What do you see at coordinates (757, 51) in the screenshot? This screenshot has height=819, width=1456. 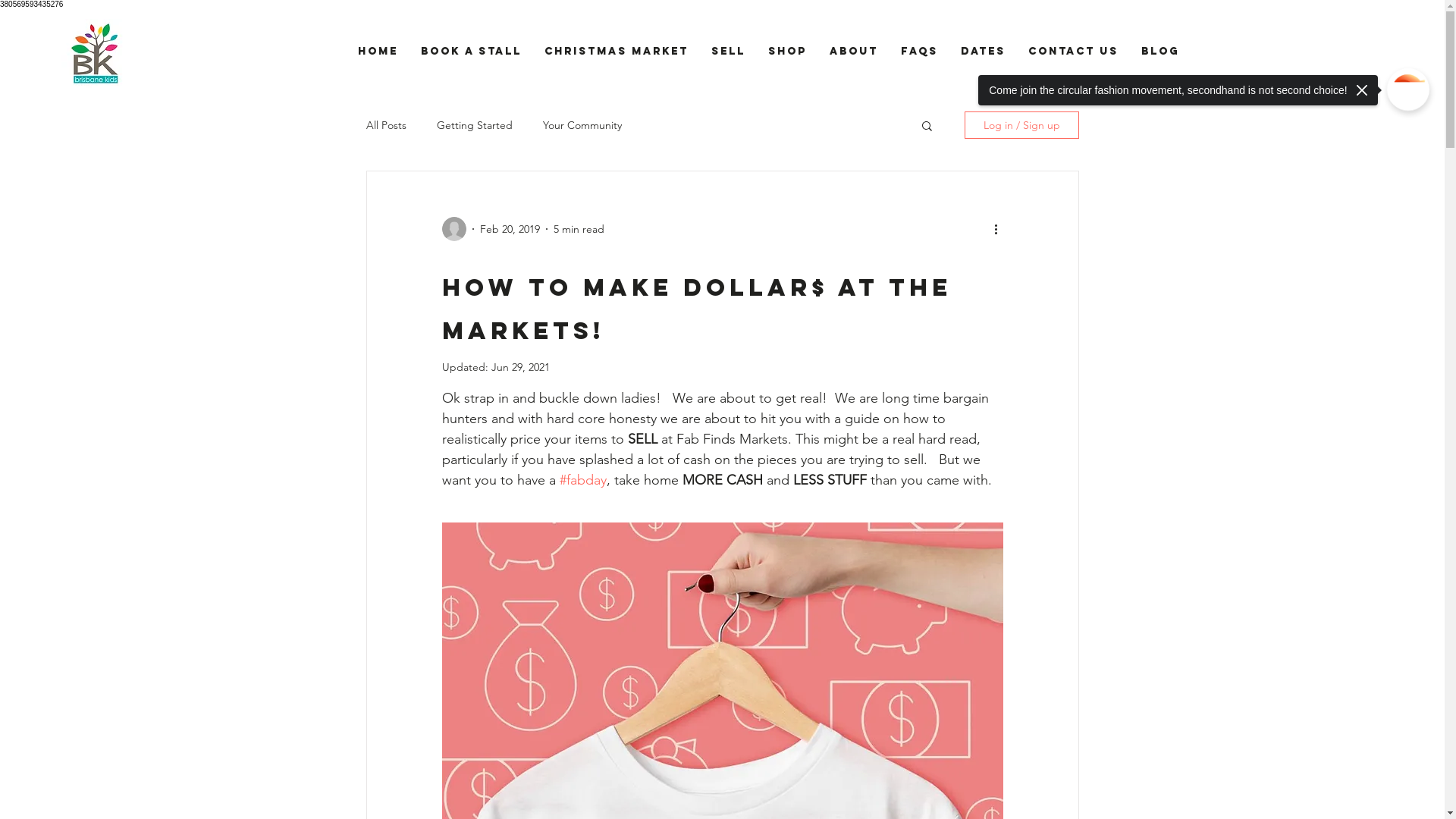 I see `'SHOP'` at bounding box center [757, 51].